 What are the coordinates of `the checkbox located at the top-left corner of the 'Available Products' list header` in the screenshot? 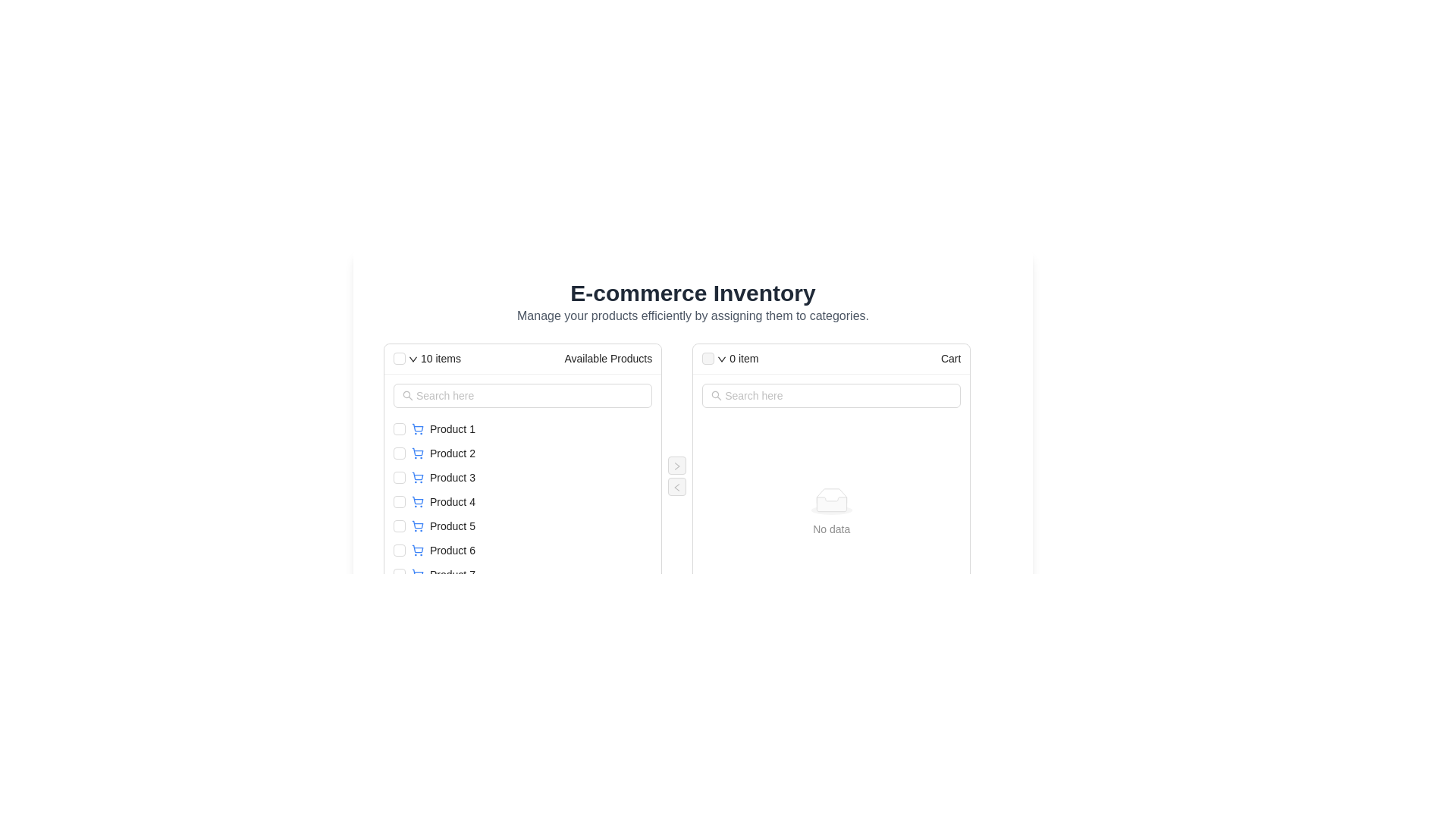 It's located at (400, 359).